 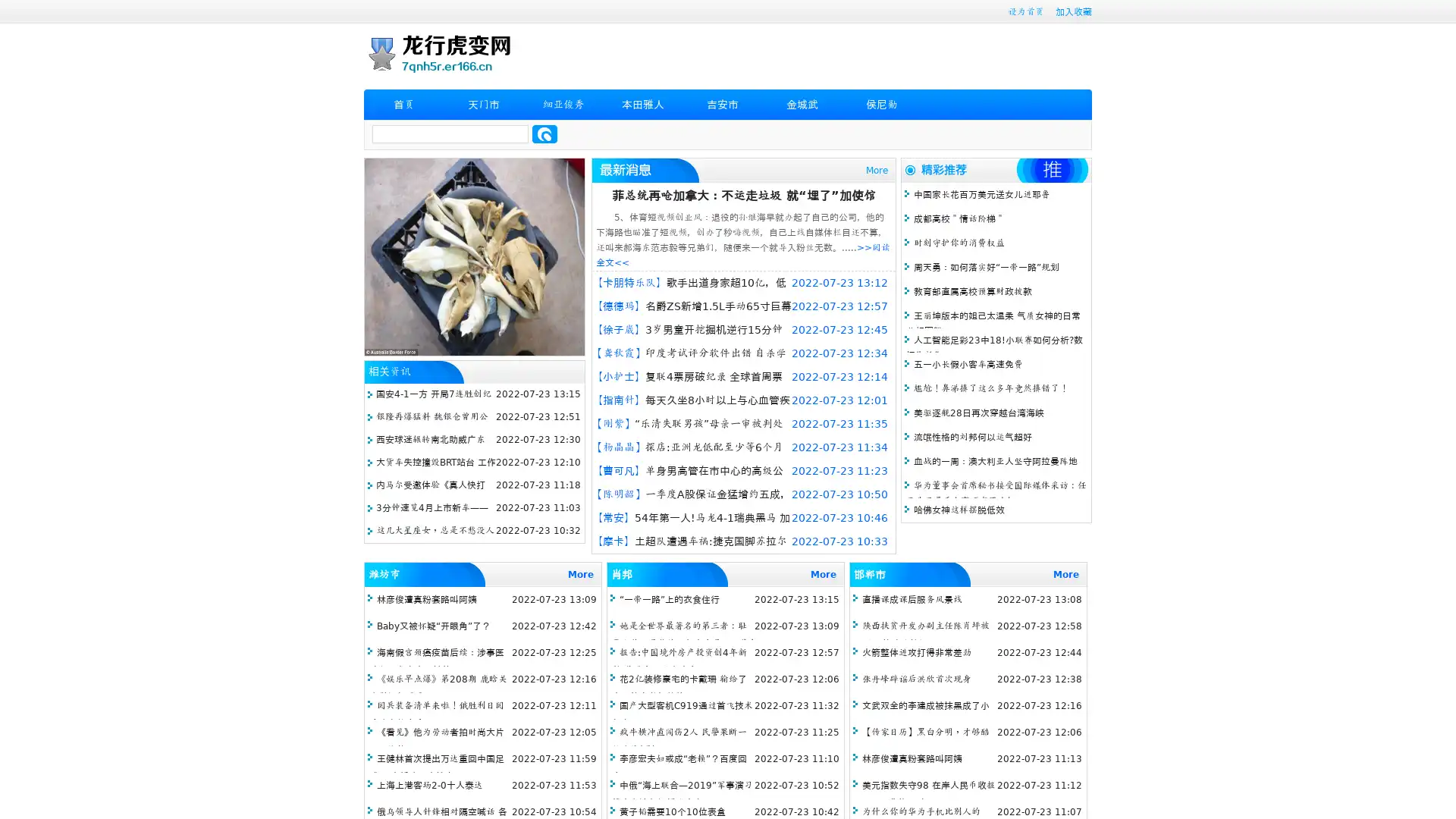 I want to click on Search, so click(x=544, y=133).